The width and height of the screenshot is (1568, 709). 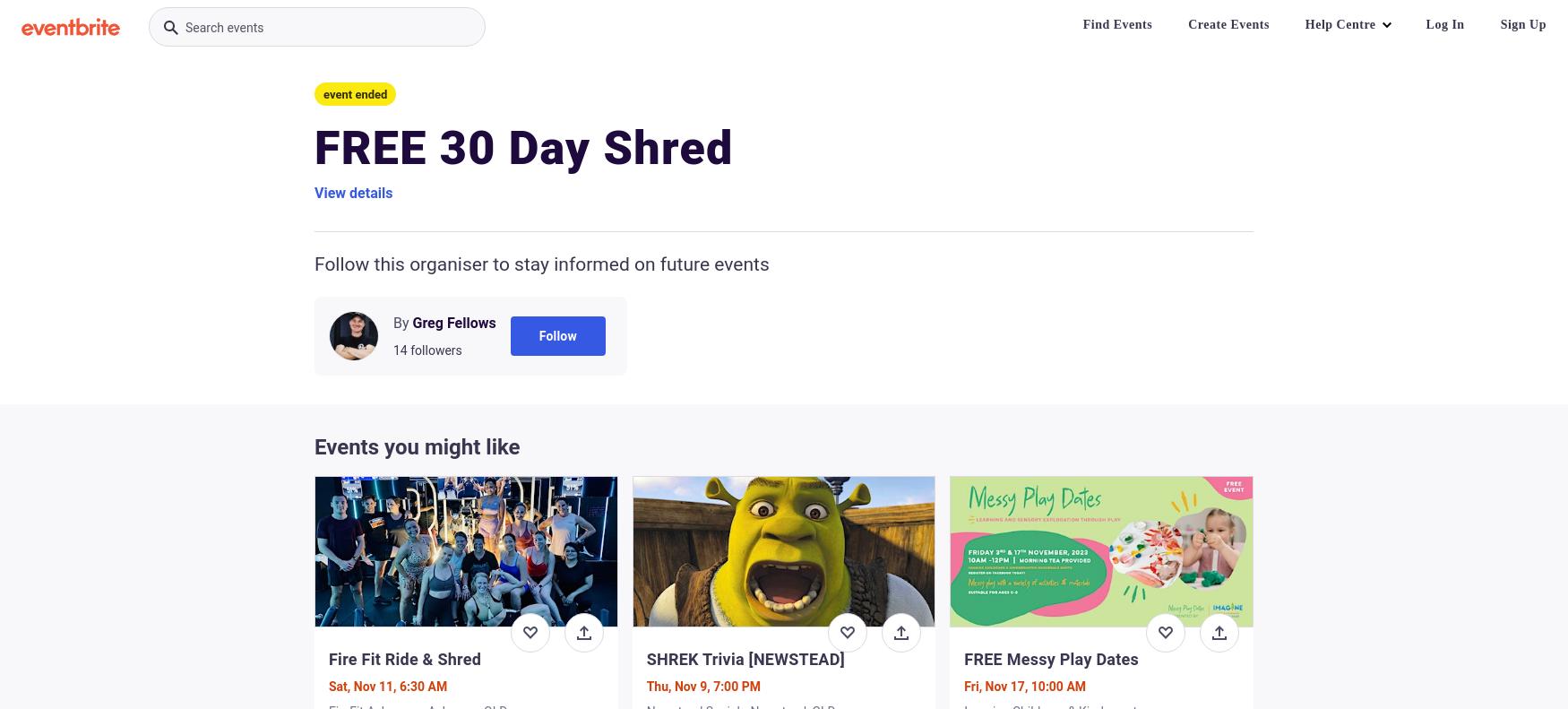 I want to click on 'Sat, Nov 11, 6:30 AM', so click(x=386, y=687).